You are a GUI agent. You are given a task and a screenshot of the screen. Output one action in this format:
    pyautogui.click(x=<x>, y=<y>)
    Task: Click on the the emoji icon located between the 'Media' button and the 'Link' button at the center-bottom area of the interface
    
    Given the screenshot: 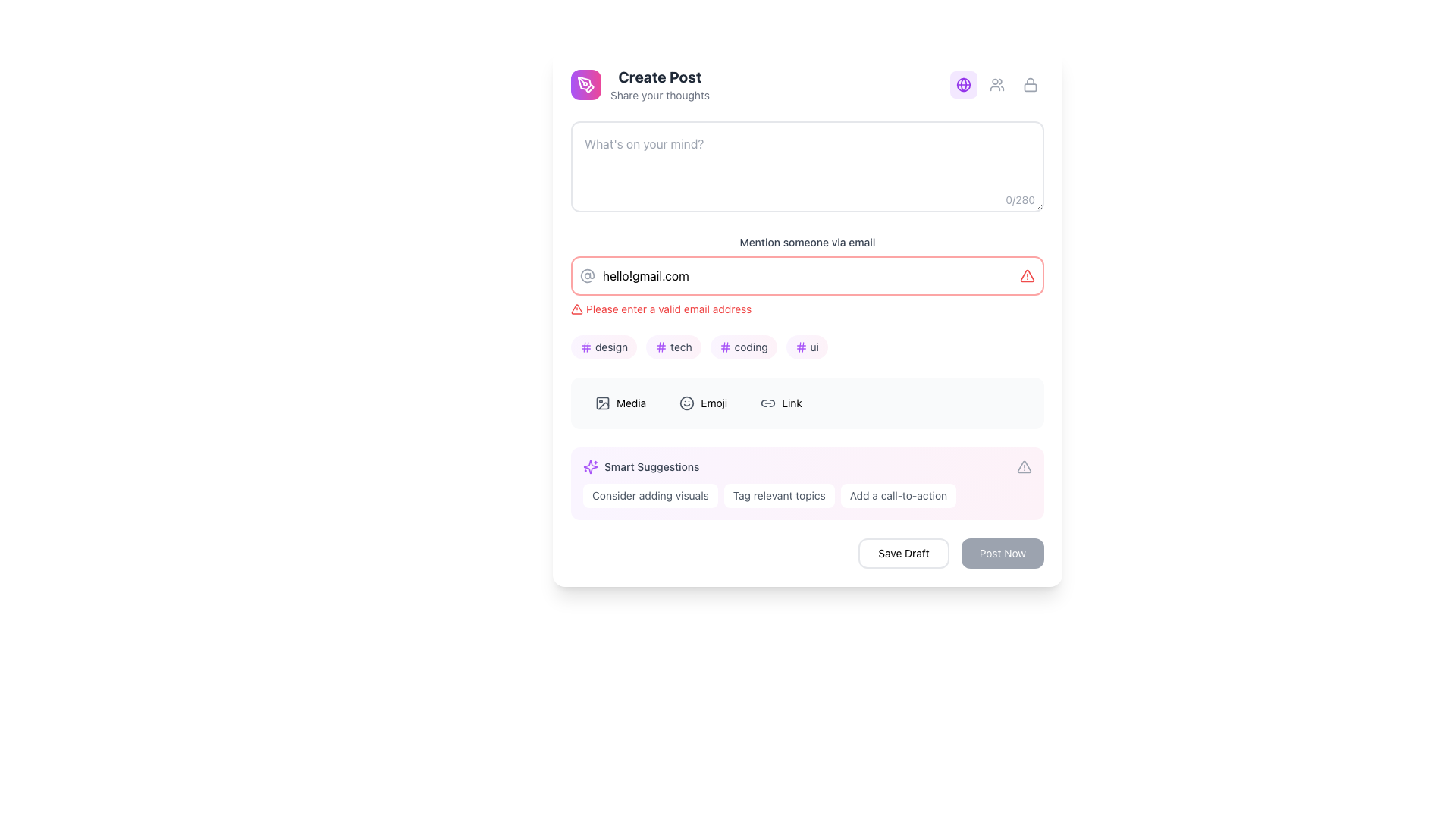 What is the action you would take?
    pyautogui.click(x=686, y=403)
    